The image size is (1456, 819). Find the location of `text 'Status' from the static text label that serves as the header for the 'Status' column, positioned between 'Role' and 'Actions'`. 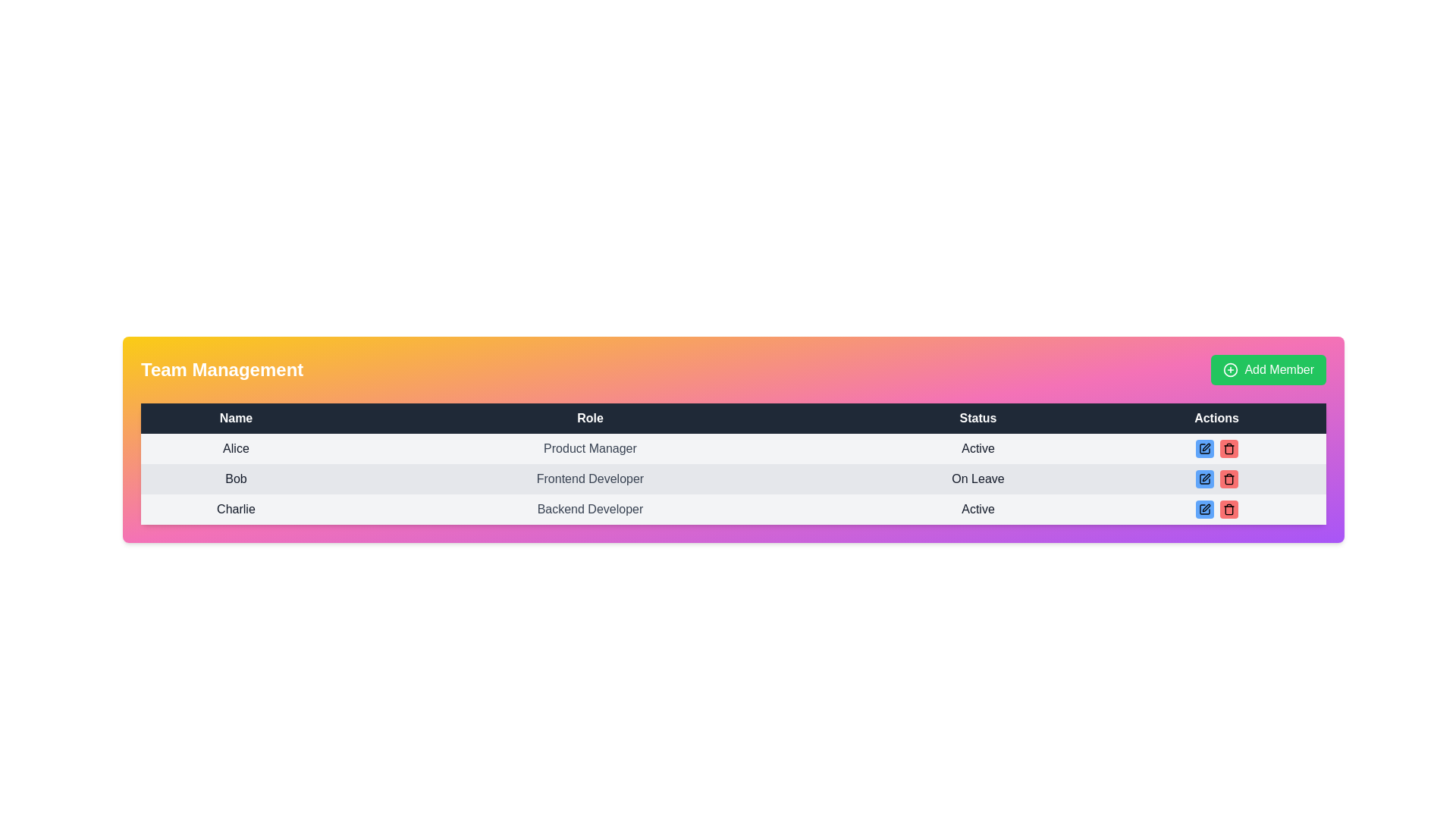

text 'Status' from the static text label that serves as the header for the 'Status' column, positioned between 'Role' and 'Actions' is located at coordinates (978, 418).